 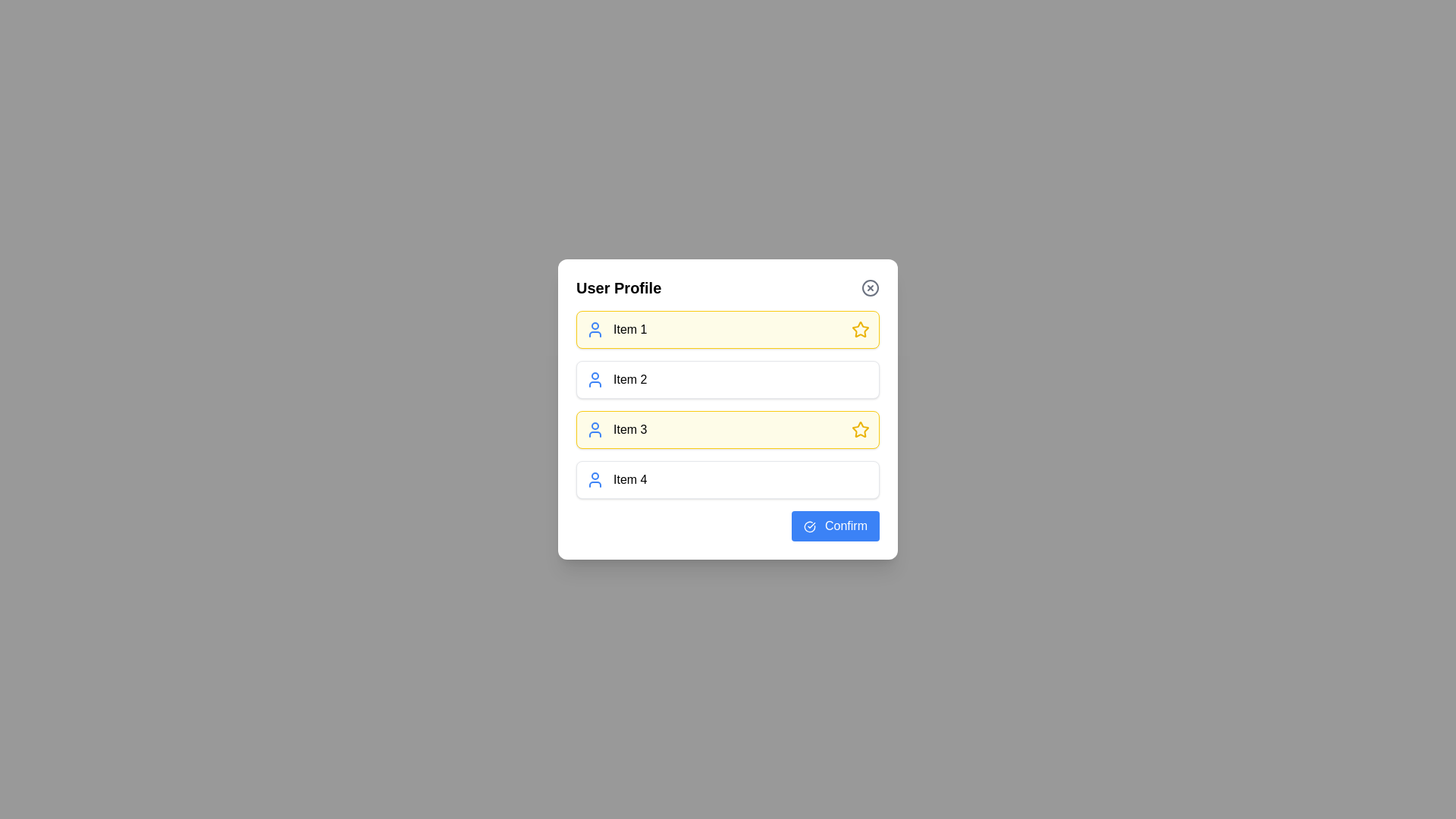 What do you see at coordinates (728, 329) in the screenshot?
I see `the first item in the vertical list under the dialog title 'User Profile'` at bounding box center [728, 329].